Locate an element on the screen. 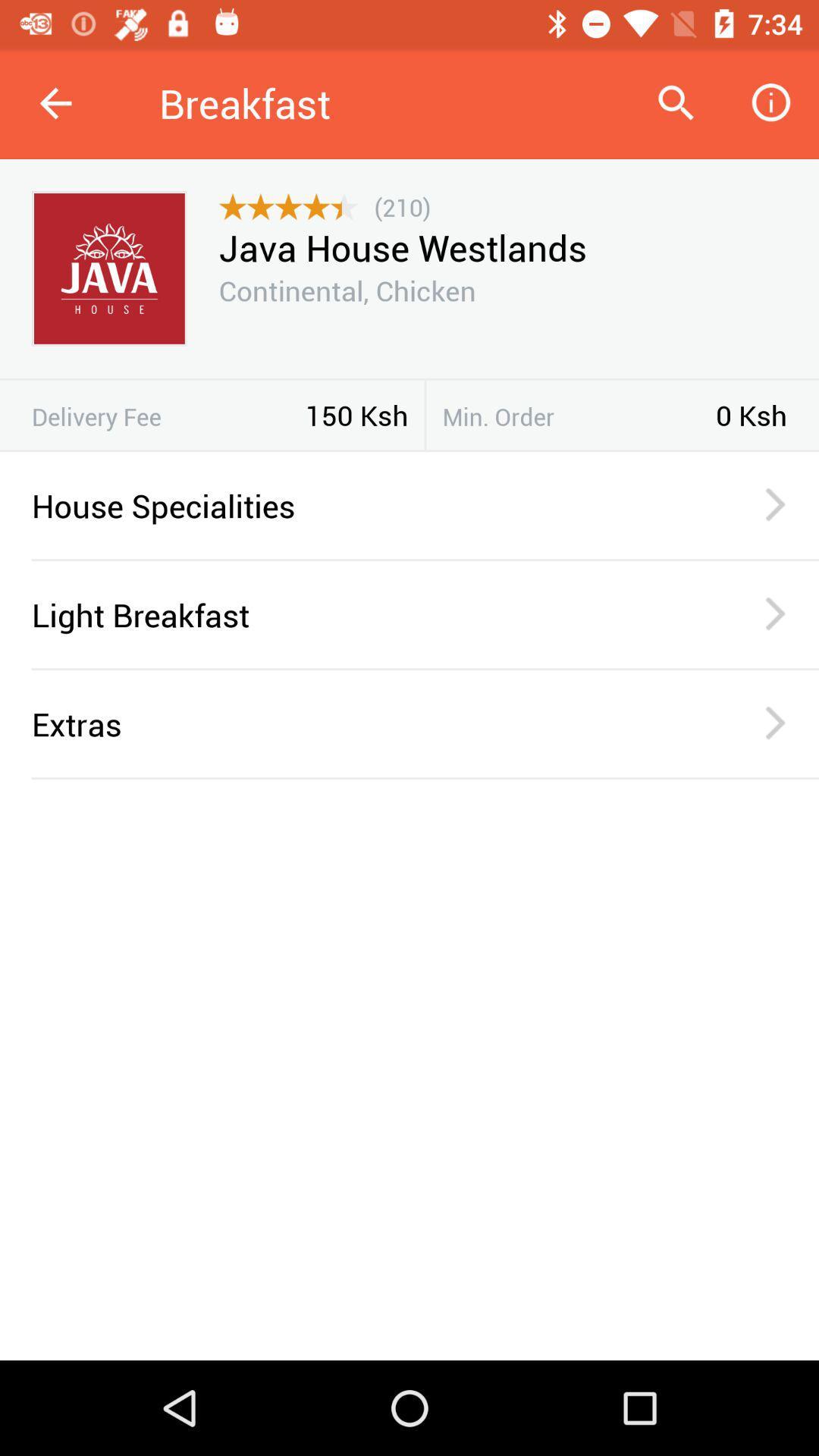  the 150 ksh is located at coordinates (356, 415).